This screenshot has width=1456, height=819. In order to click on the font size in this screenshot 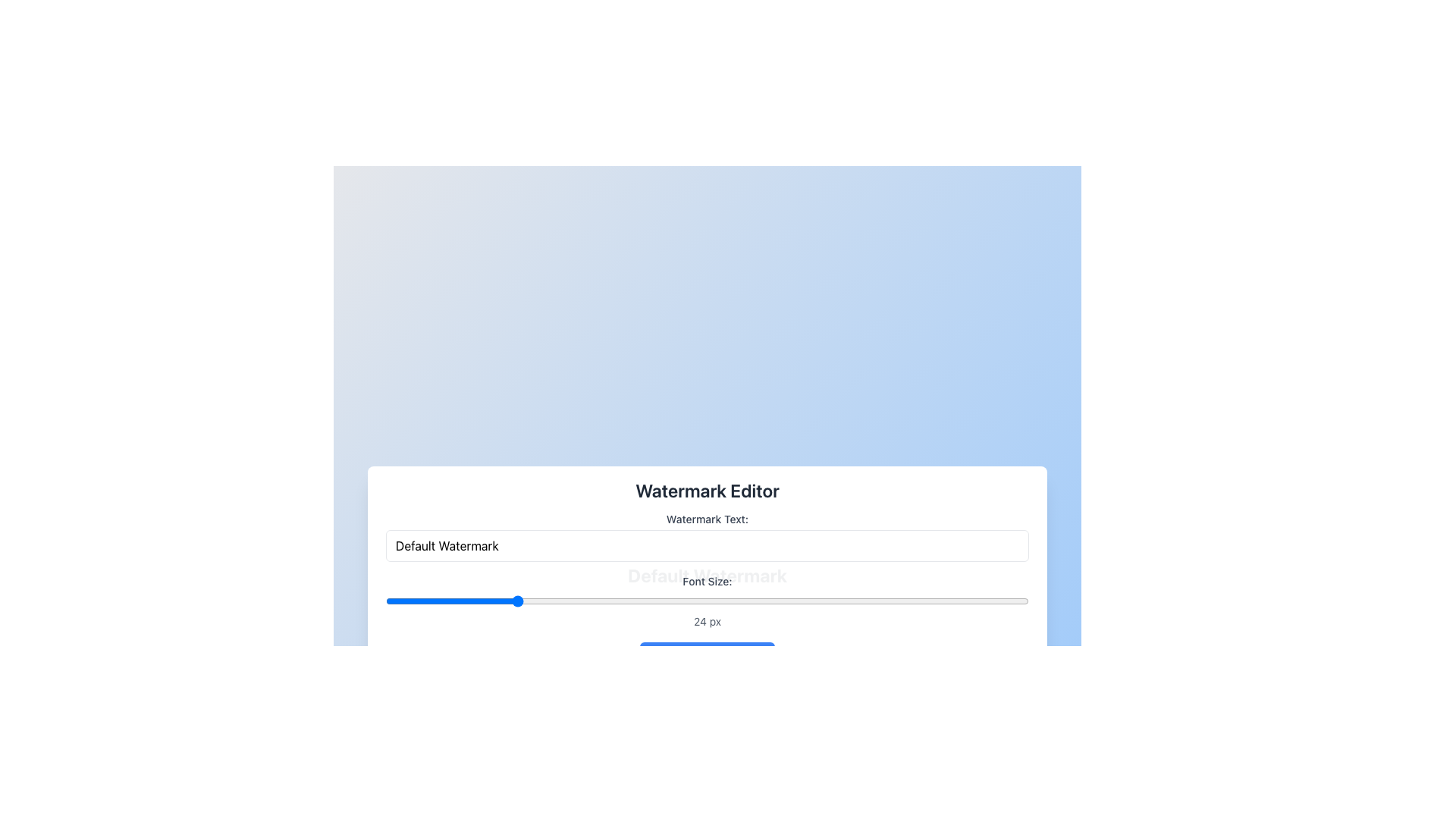, I will do `click(863, 601)`.